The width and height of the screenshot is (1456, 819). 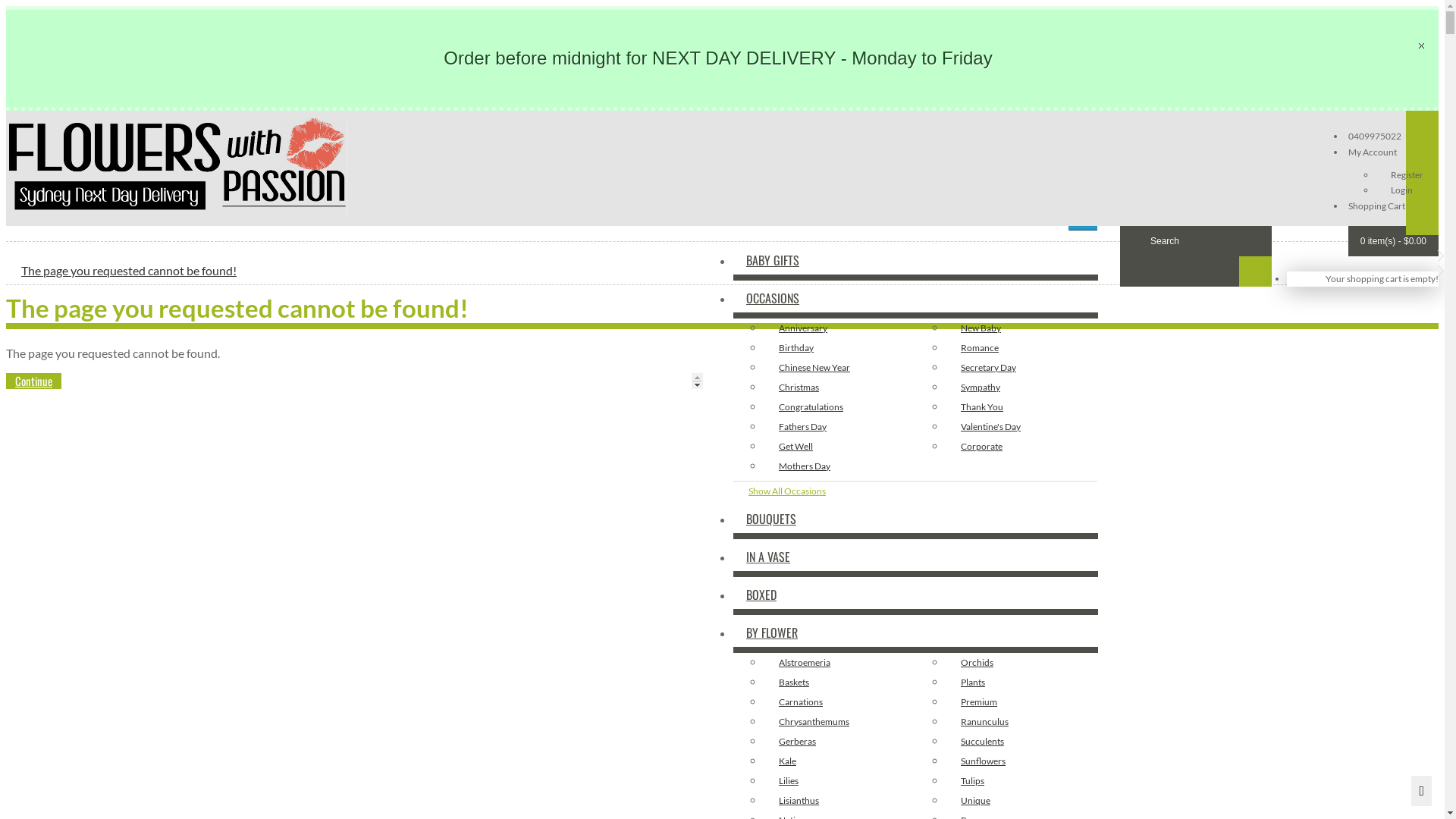 I want to click on 'Sympathy', so click(x=1021, y=386).